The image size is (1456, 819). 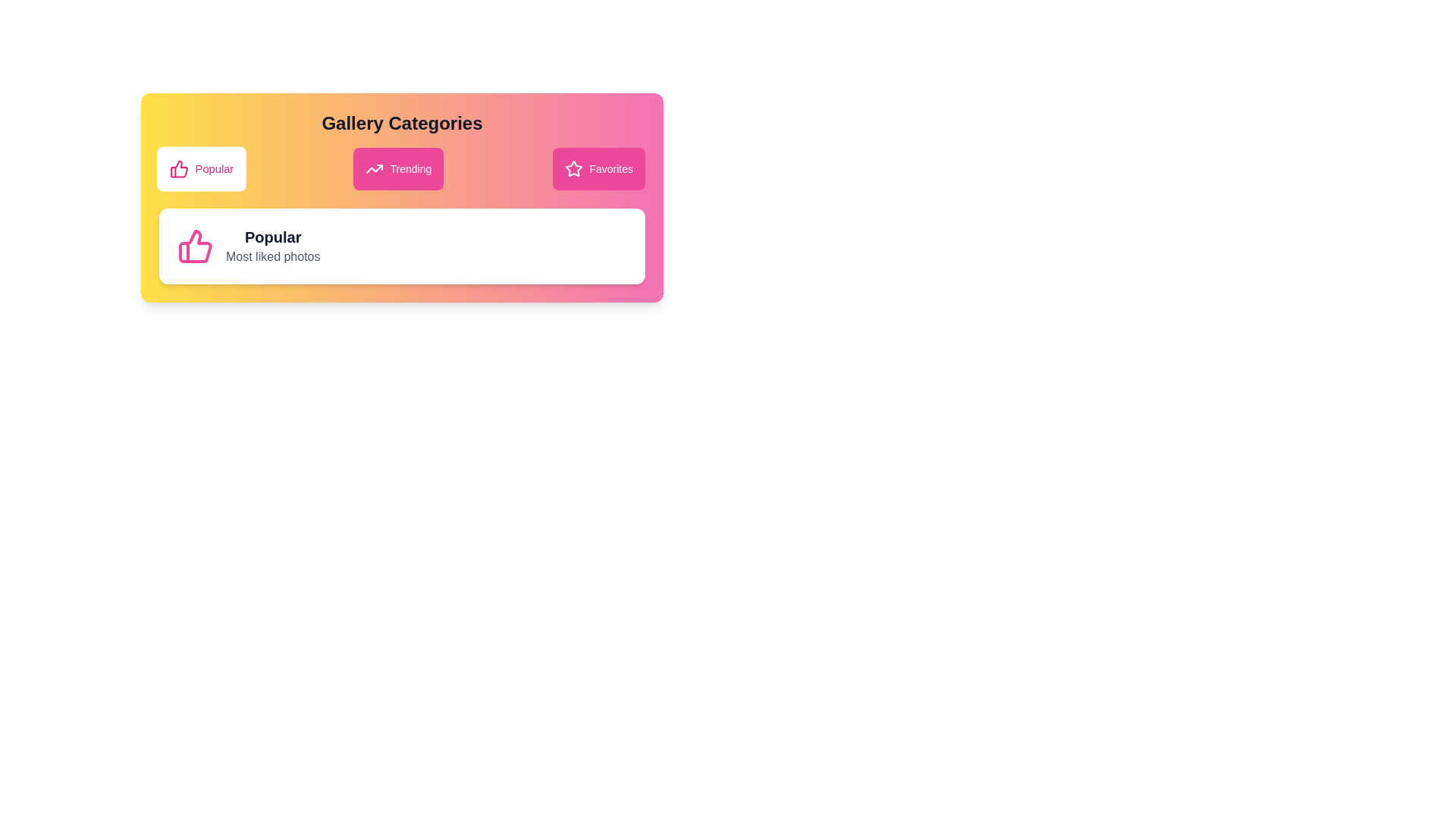 I want to click on the pink thumbs-up icon that visually represents a 'like' or approval action, located in the 'Popular' section near the top-left corner, so click(x=195, y=245).